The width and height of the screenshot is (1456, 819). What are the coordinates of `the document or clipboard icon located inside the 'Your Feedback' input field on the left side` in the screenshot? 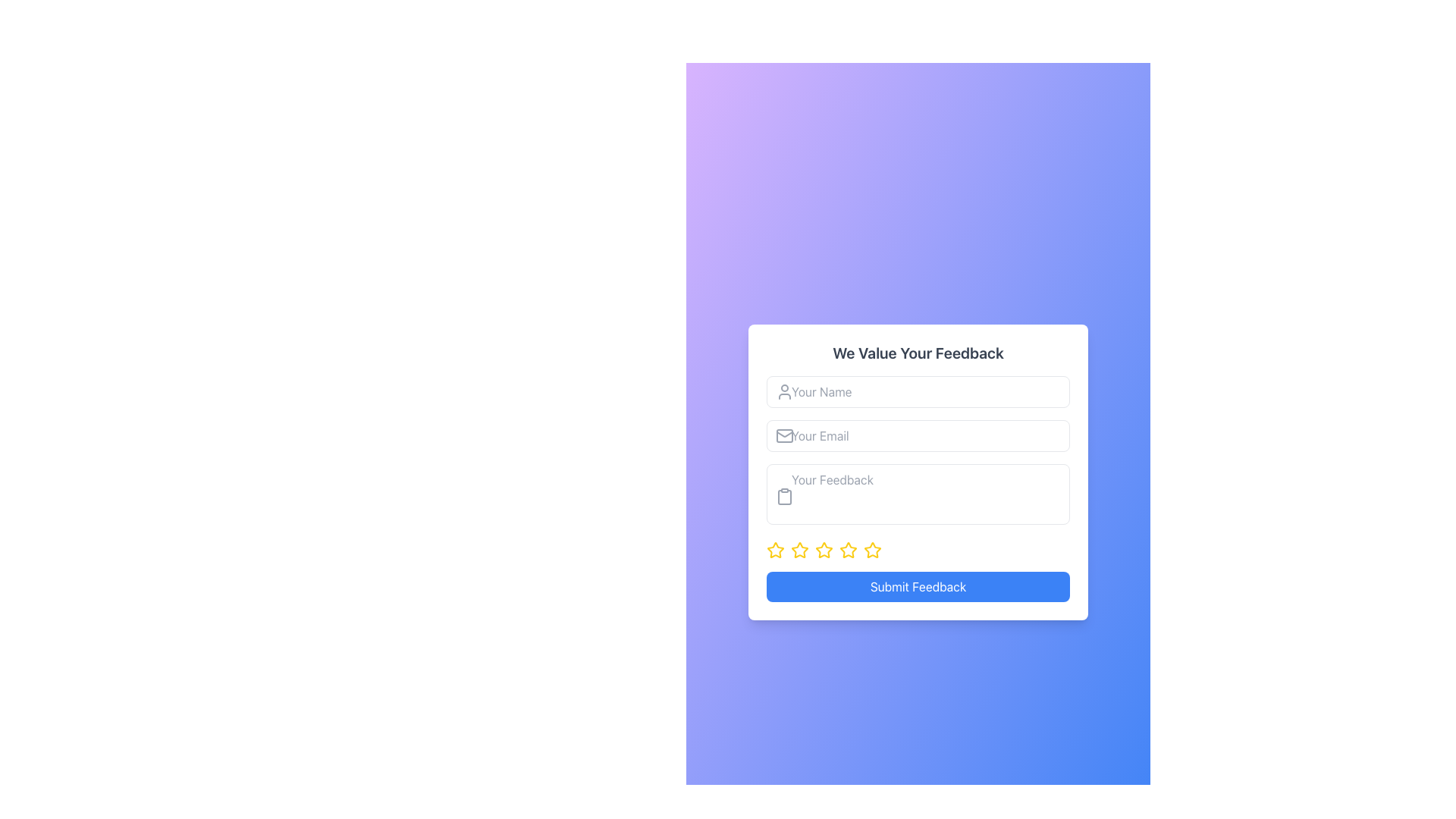 It's located at (785, 497).